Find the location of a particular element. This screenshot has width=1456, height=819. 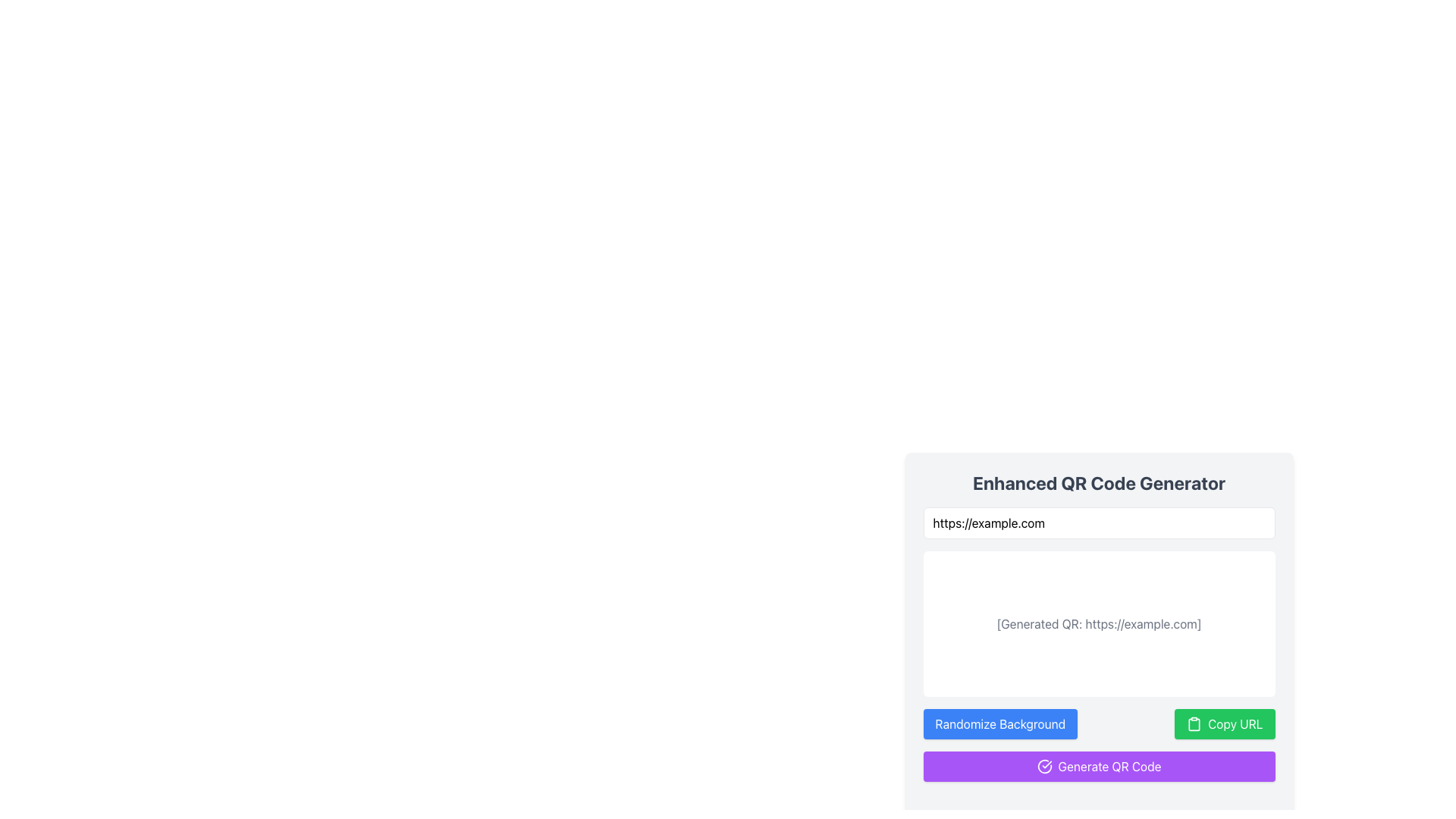

the 'Copy URL' icon which is located to the left of the text label in the 'Copy URL' button is located at coordinates (1194, 723).